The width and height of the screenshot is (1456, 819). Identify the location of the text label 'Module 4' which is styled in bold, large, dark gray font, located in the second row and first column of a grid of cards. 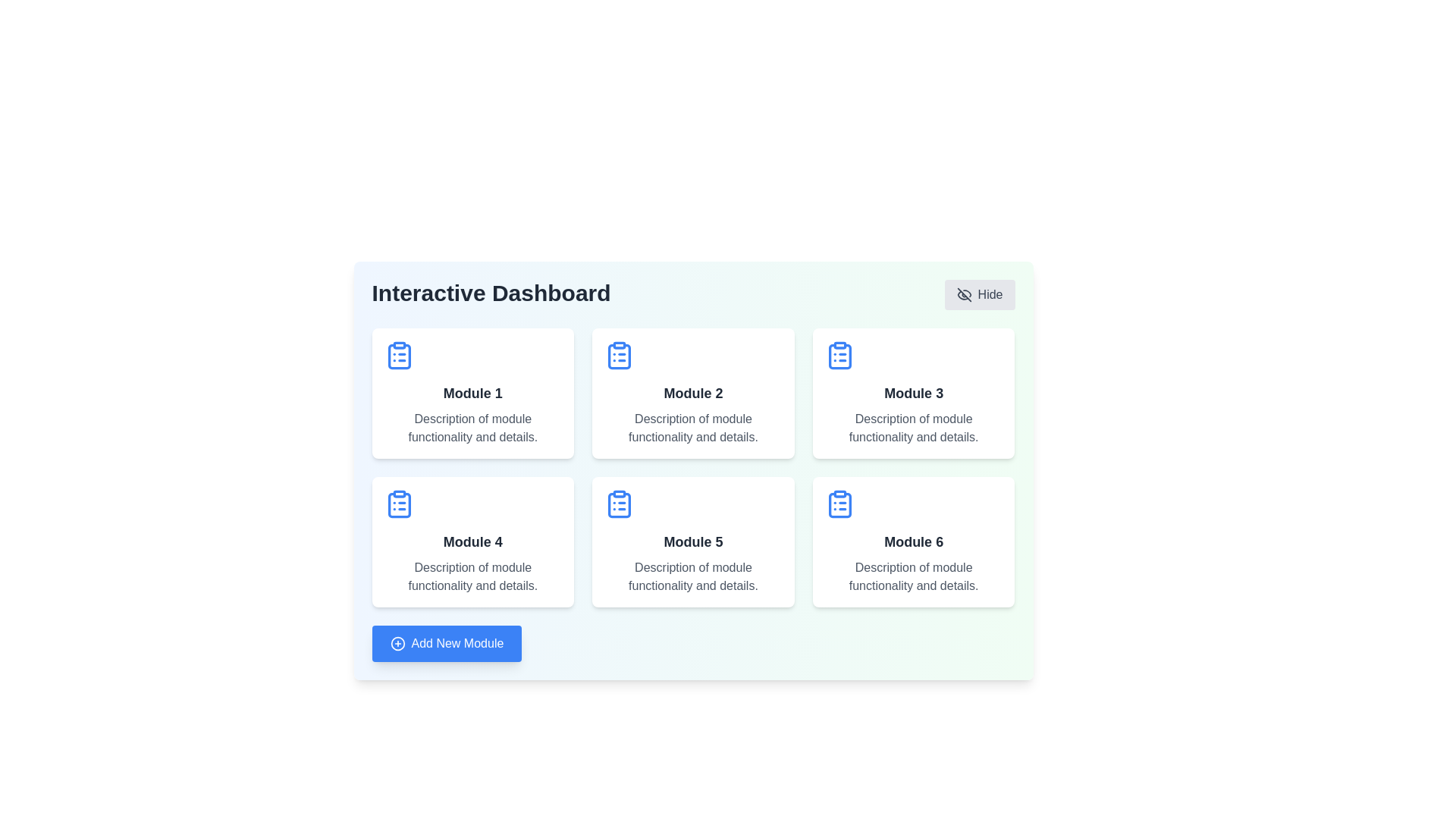
(472, 541).